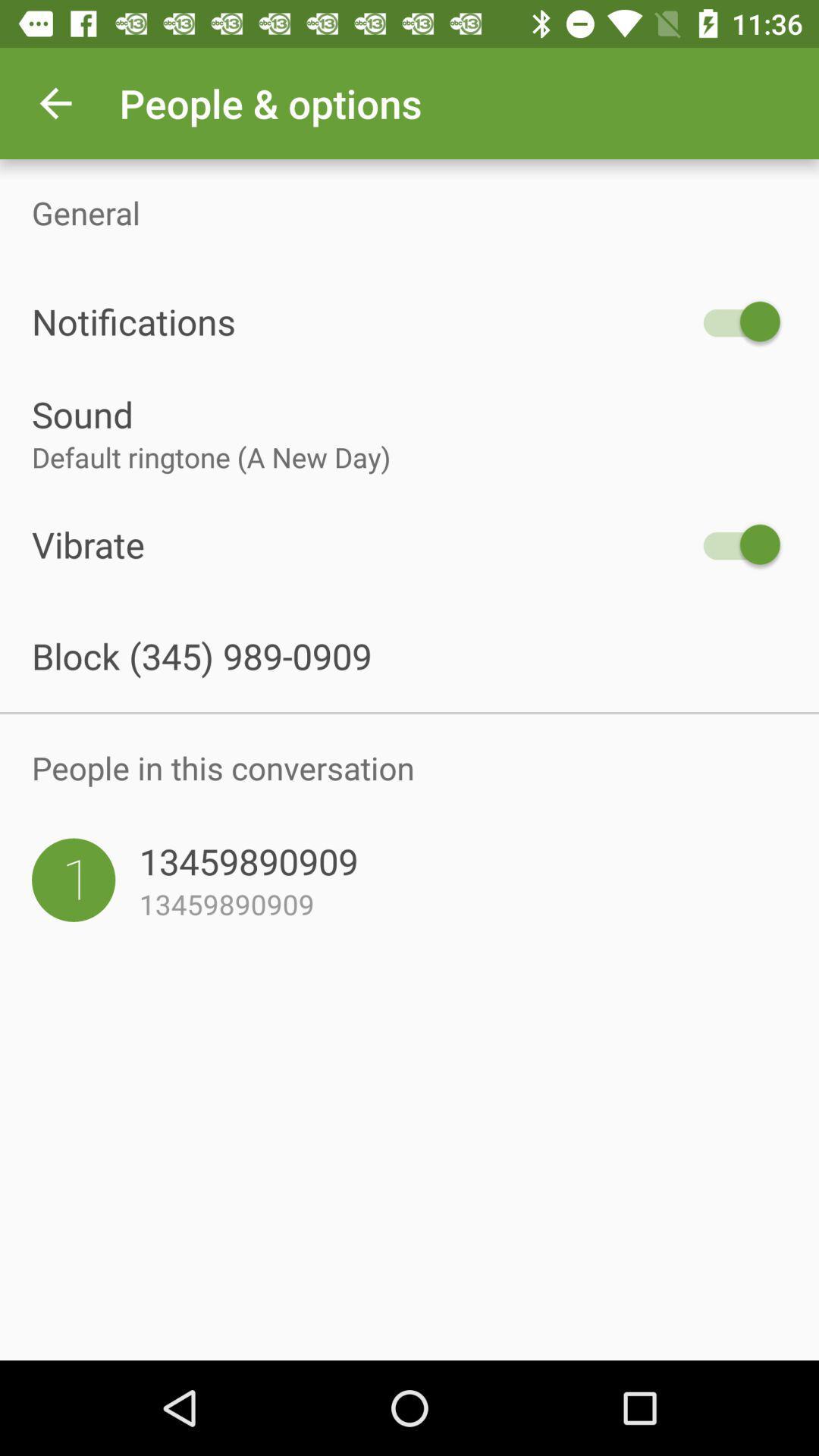  I want to click on item to the left of the people & options, so click(55, 102).